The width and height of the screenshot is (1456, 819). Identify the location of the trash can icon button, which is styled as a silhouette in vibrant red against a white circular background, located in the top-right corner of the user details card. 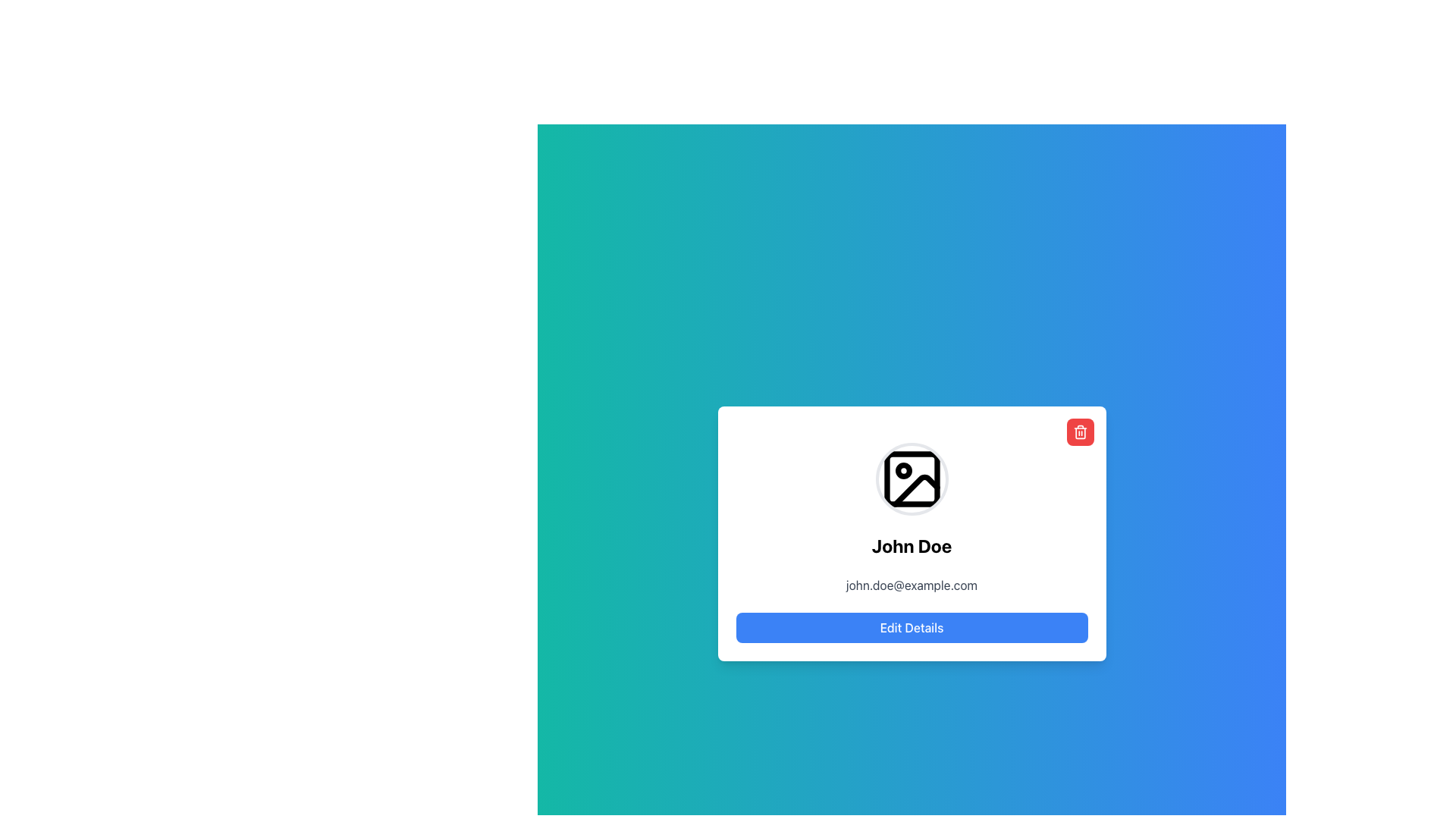
(1079, 432).